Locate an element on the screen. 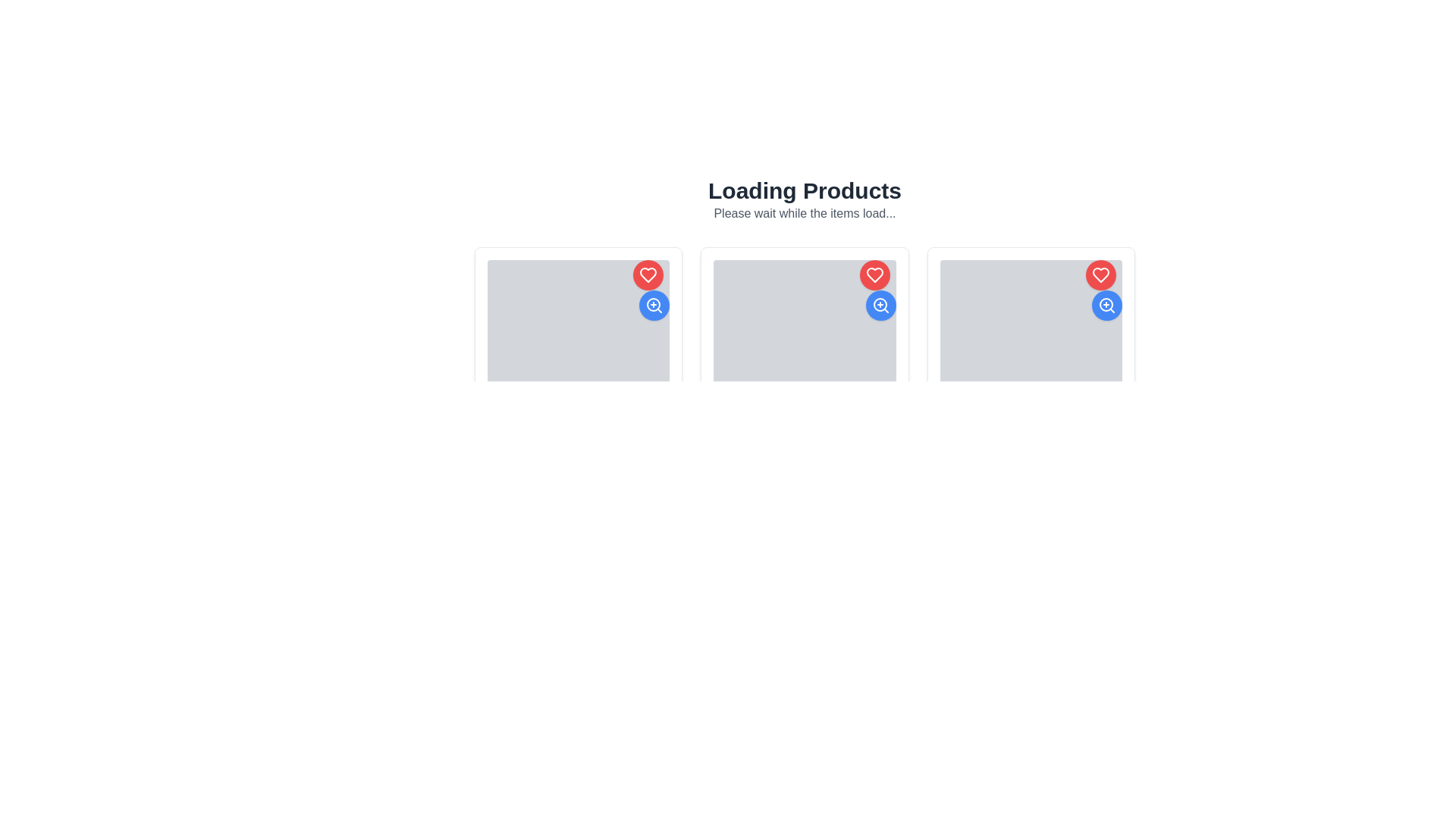 The width and height of the screenshot is (1456, 819). the text block displaying 'Loading Products', which is prominently designed in a bold and large font, centrally aligned at the top of the interface is located at coordinates (804, 190).